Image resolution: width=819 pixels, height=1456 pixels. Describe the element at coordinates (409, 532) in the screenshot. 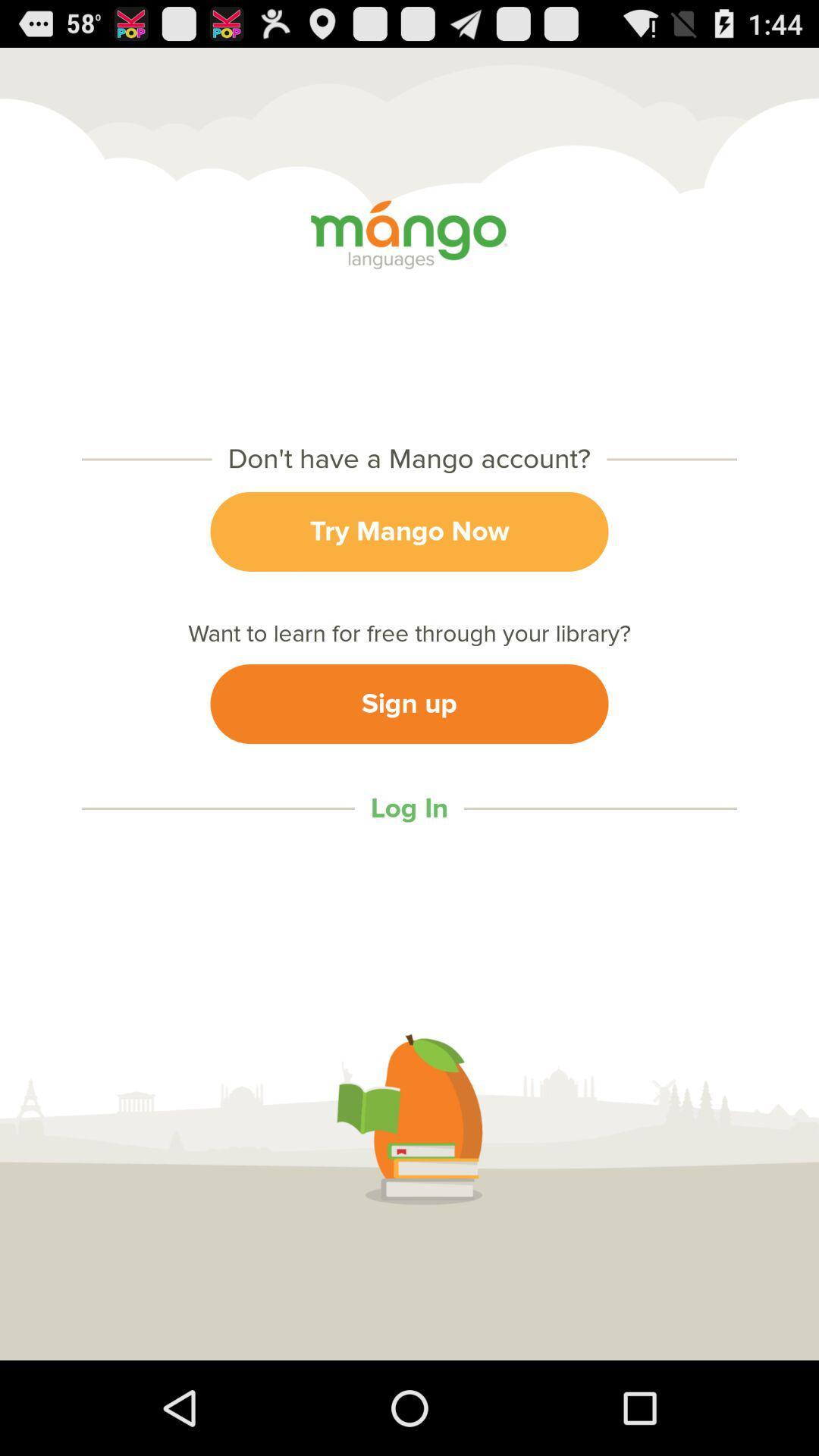

I see `the item above the want to learn item` at that location.